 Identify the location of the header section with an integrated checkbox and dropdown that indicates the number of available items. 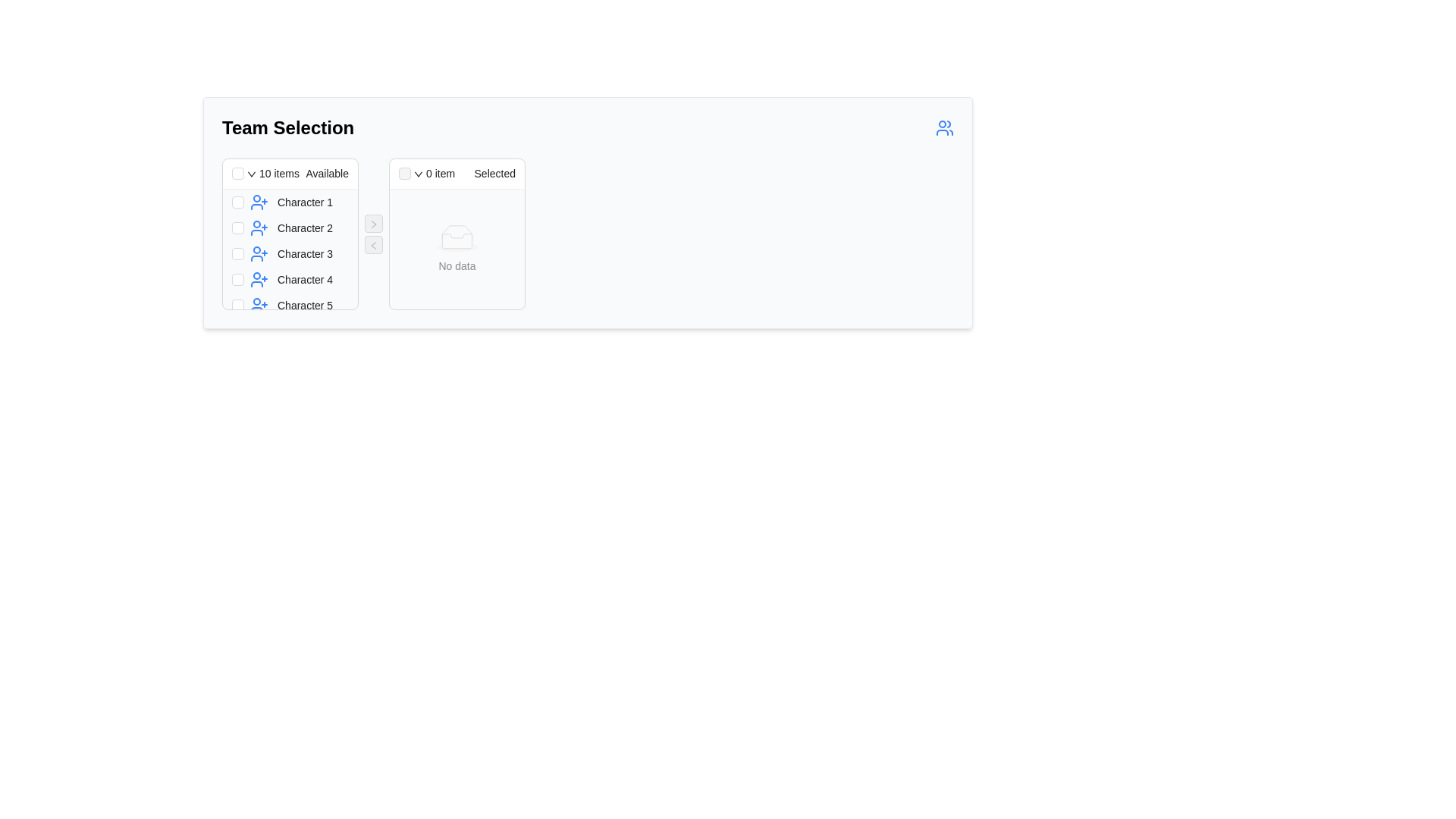
(290, 174).